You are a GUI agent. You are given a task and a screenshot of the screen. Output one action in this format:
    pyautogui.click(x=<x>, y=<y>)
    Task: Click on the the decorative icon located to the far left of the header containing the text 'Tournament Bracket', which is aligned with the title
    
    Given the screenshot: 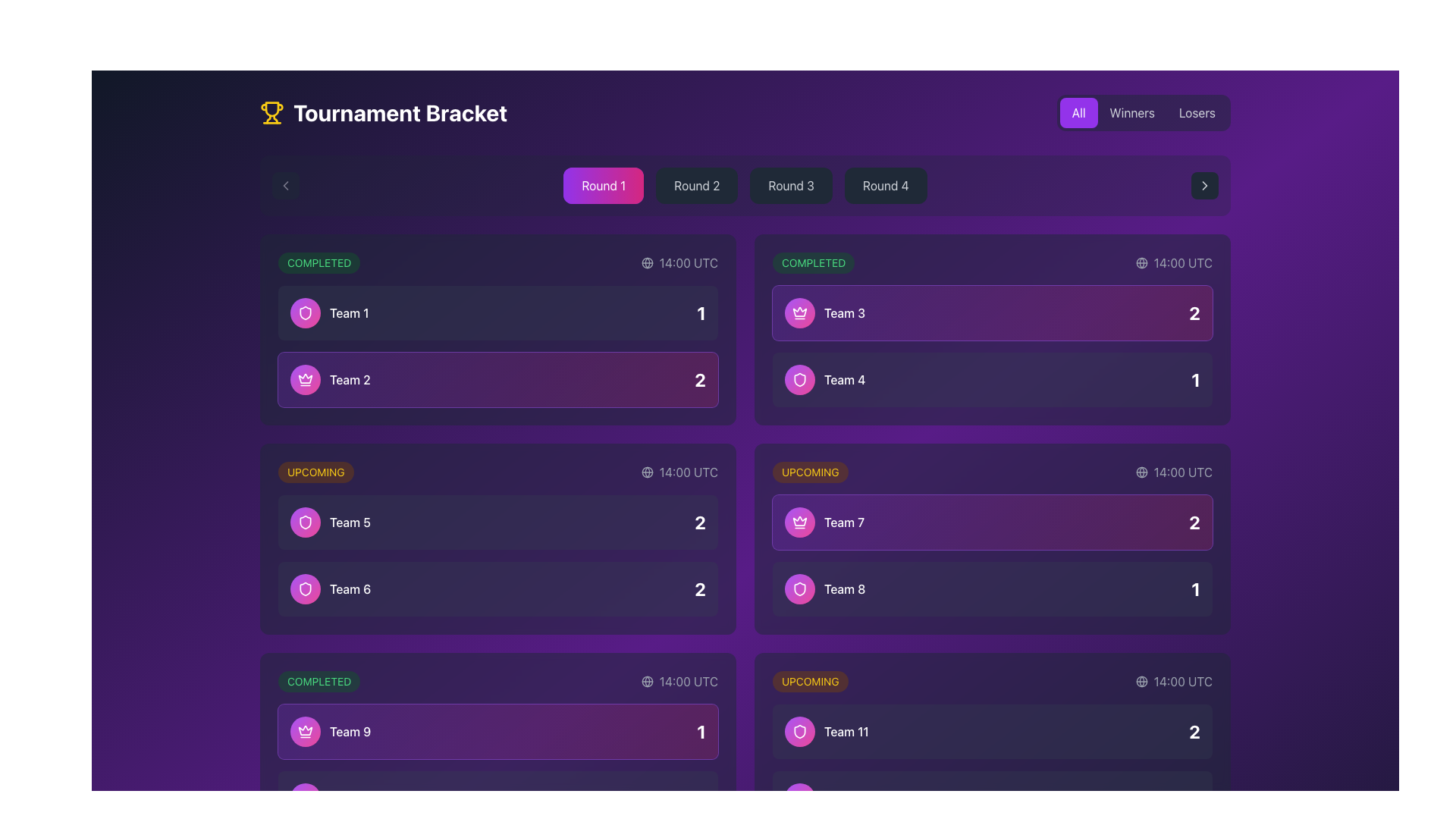 What is the action you would take?
    pyautogui.click(x=272, y=112)
    